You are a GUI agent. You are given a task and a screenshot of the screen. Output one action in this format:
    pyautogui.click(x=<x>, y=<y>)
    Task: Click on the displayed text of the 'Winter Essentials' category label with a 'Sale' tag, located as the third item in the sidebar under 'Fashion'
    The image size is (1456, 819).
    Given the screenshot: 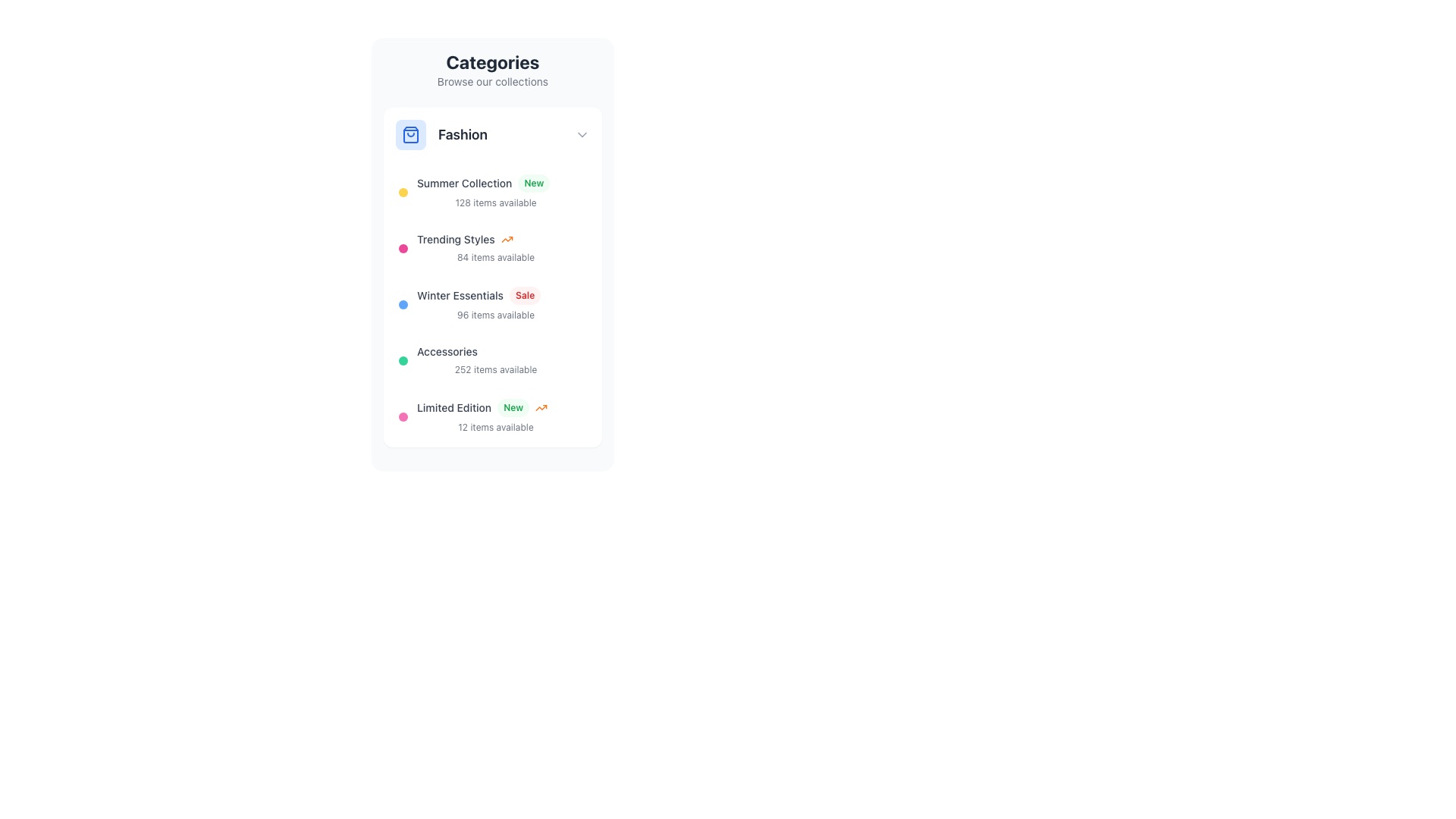 What is the action you would take?
    pyautogui.click(x=495, y=295)
    